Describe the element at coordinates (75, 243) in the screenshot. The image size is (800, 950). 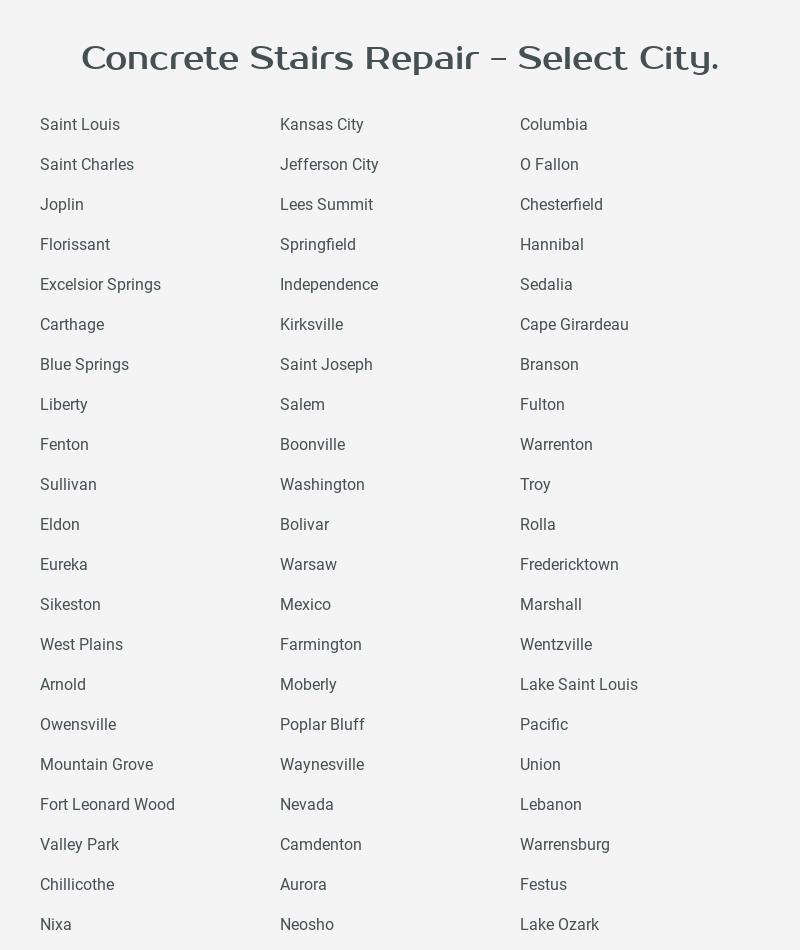
I see `'Florissant'` at that location.